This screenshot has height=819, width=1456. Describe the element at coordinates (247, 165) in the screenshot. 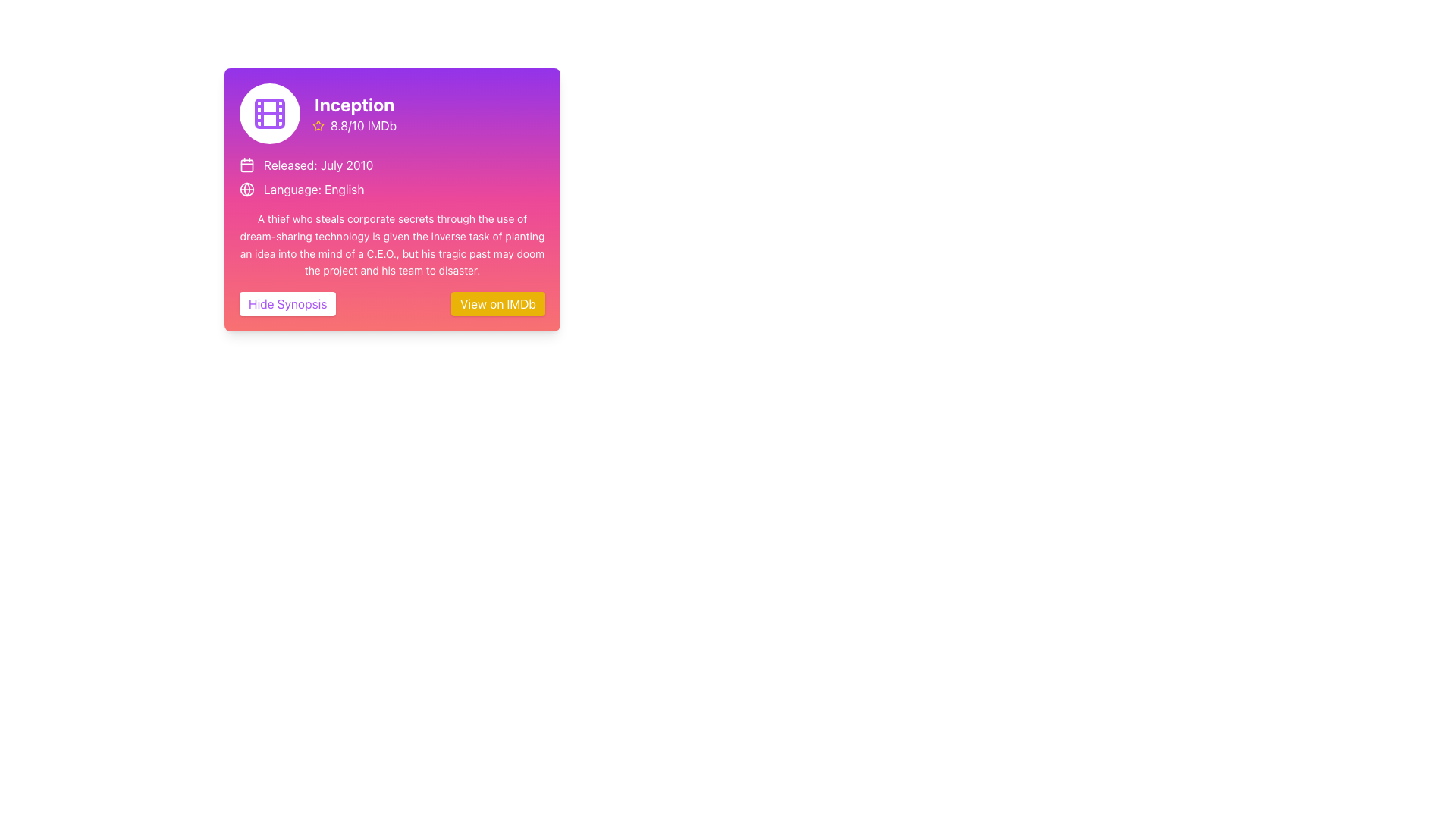

I see `the calendar icon representing the 'release date' located to the left of the 'Released: July 2010' text` at that location.